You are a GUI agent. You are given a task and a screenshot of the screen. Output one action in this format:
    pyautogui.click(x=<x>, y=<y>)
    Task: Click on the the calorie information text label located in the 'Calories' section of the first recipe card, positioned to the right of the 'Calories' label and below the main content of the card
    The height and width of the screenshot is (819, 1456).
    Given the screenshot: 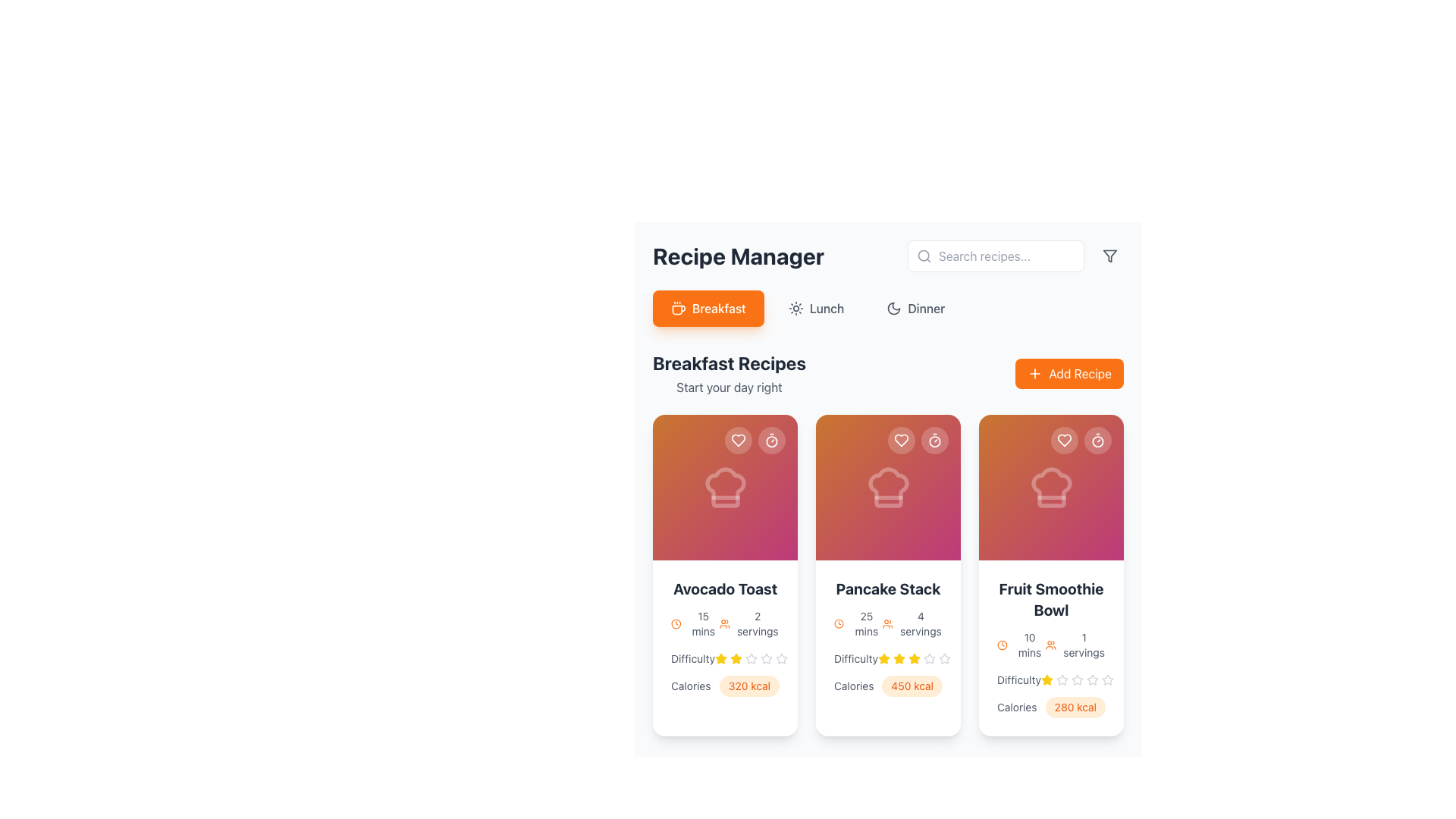 What is the action you would take?
    pyautogui.click(x=749, y=686)
    